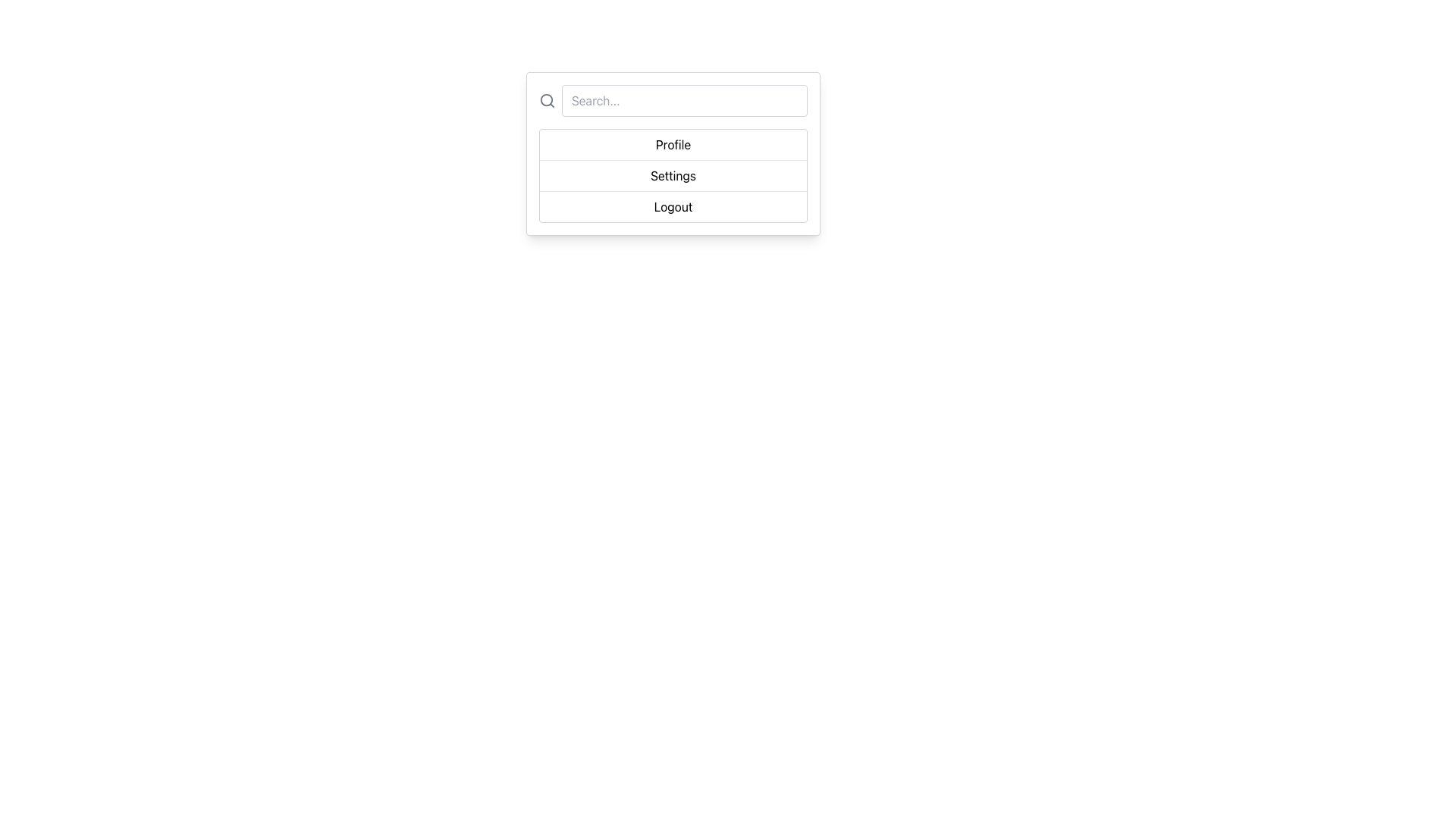 The width and height of the screenshot is (1456, 819). Describe the element at coordinates (683, 100) in the screenshot. I see `the search input box with placeholder 'Search...' by tabbing to it` at that location.